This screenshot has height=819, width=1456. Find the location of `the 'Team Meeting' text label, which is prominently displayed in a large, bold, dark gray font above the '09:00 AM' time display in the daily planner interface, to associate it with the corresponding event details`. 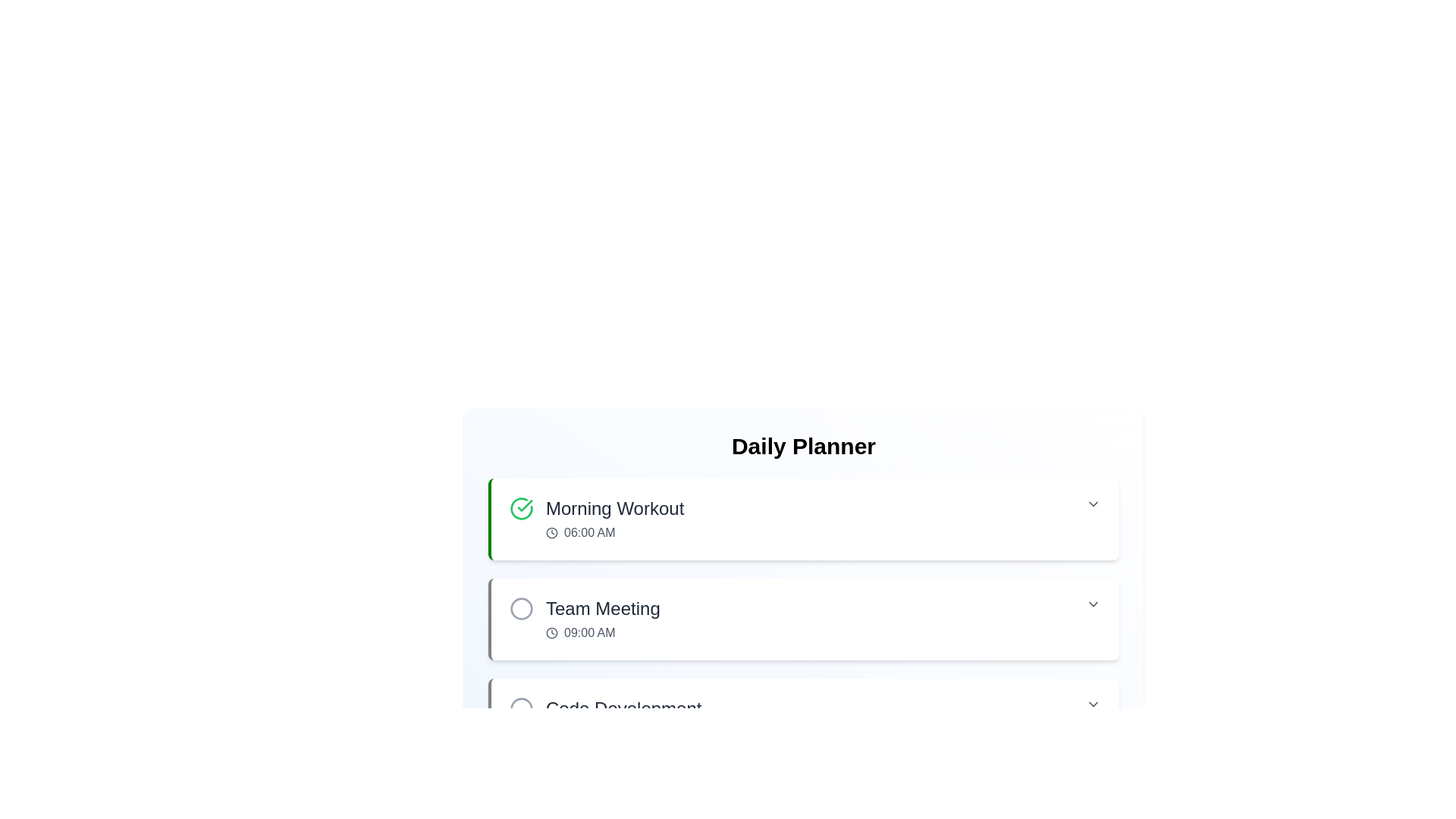

the 'Team Meeting' text label, which is prominently displayed in a large, bold, dark gray font above the '09:00 AM' time display in the daily planner interface, to associate it with the corresponding event details is located at coordinates (602, 607).